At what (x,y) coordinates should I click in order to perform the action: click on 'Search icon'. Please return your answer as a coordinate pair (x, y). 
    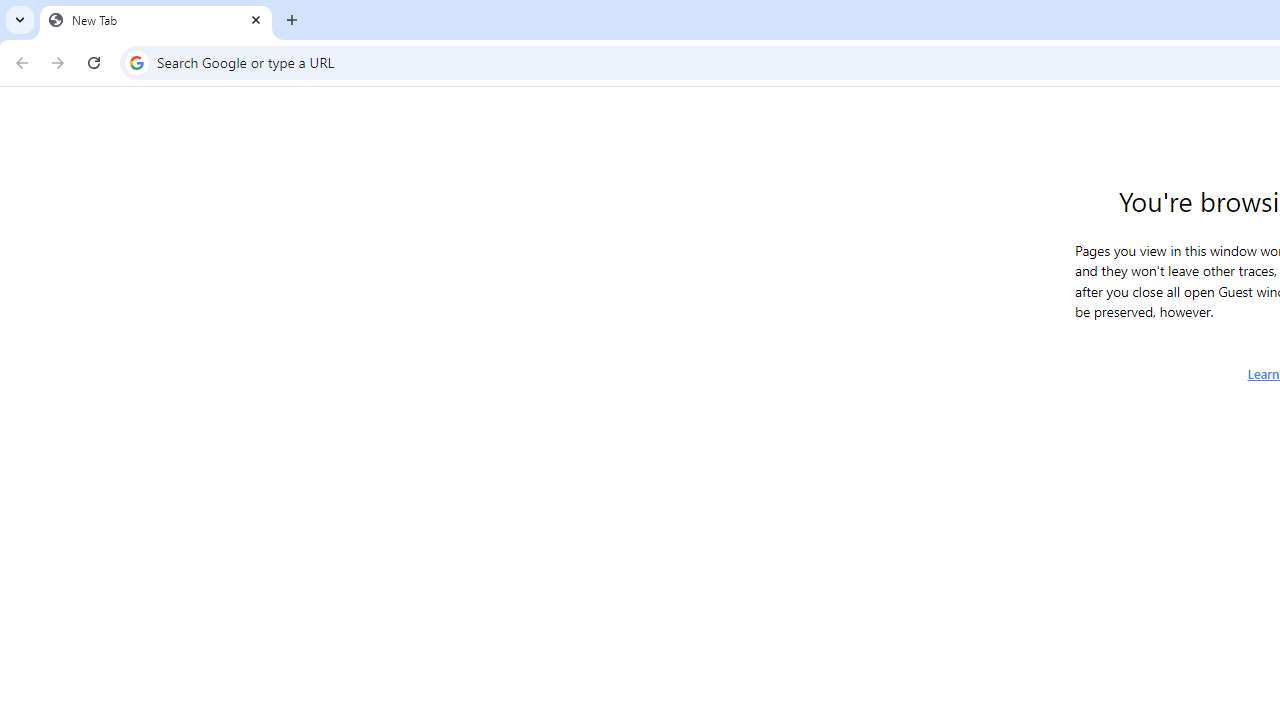
    Looking at the image, I should click on (135, 61).